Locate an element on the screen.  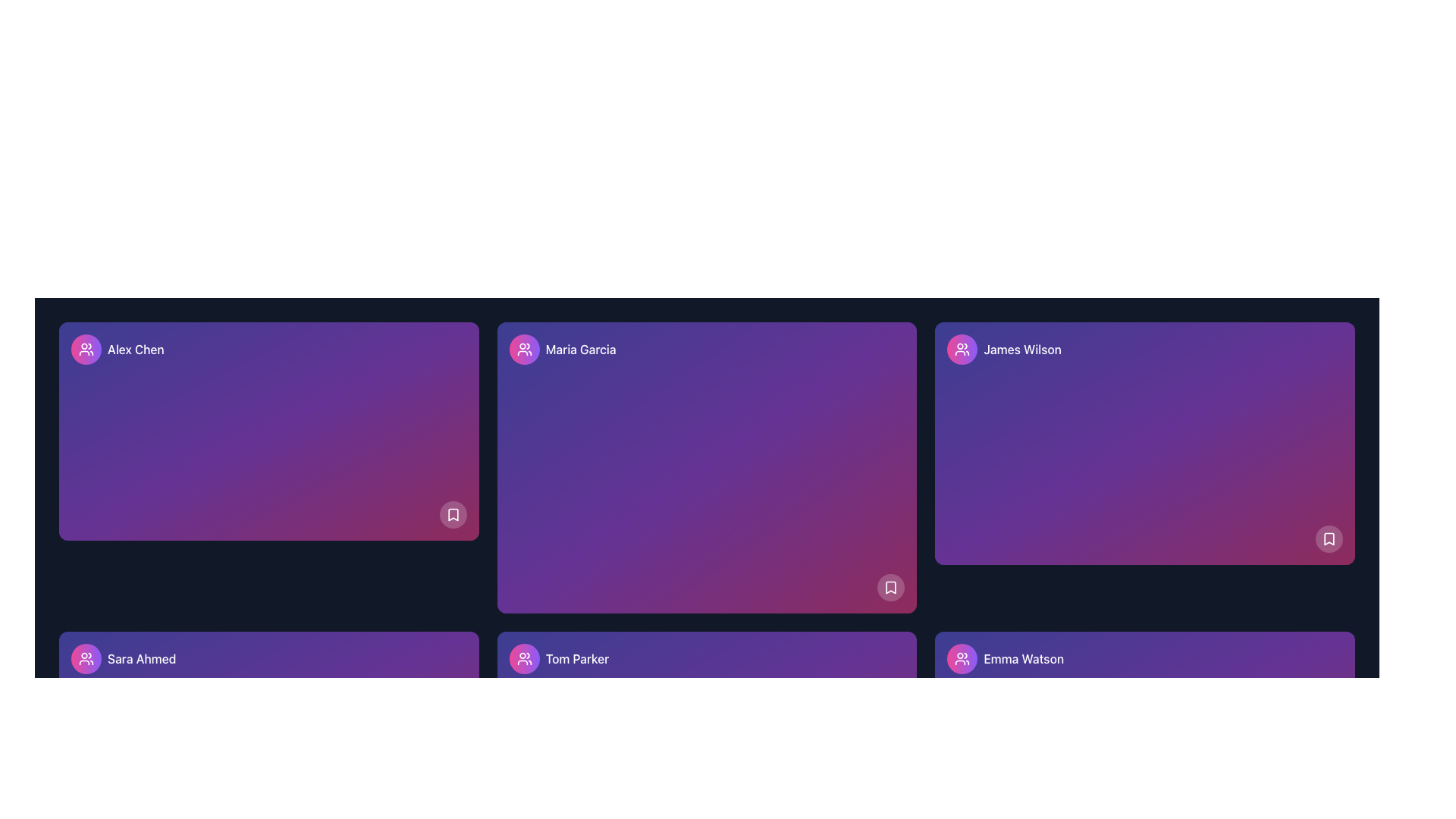
text label displaying the name 'Sara Ahmed' located in the bottom-left card of the multi-card grid layout on a dark interface is located at coordinates (142, 657).